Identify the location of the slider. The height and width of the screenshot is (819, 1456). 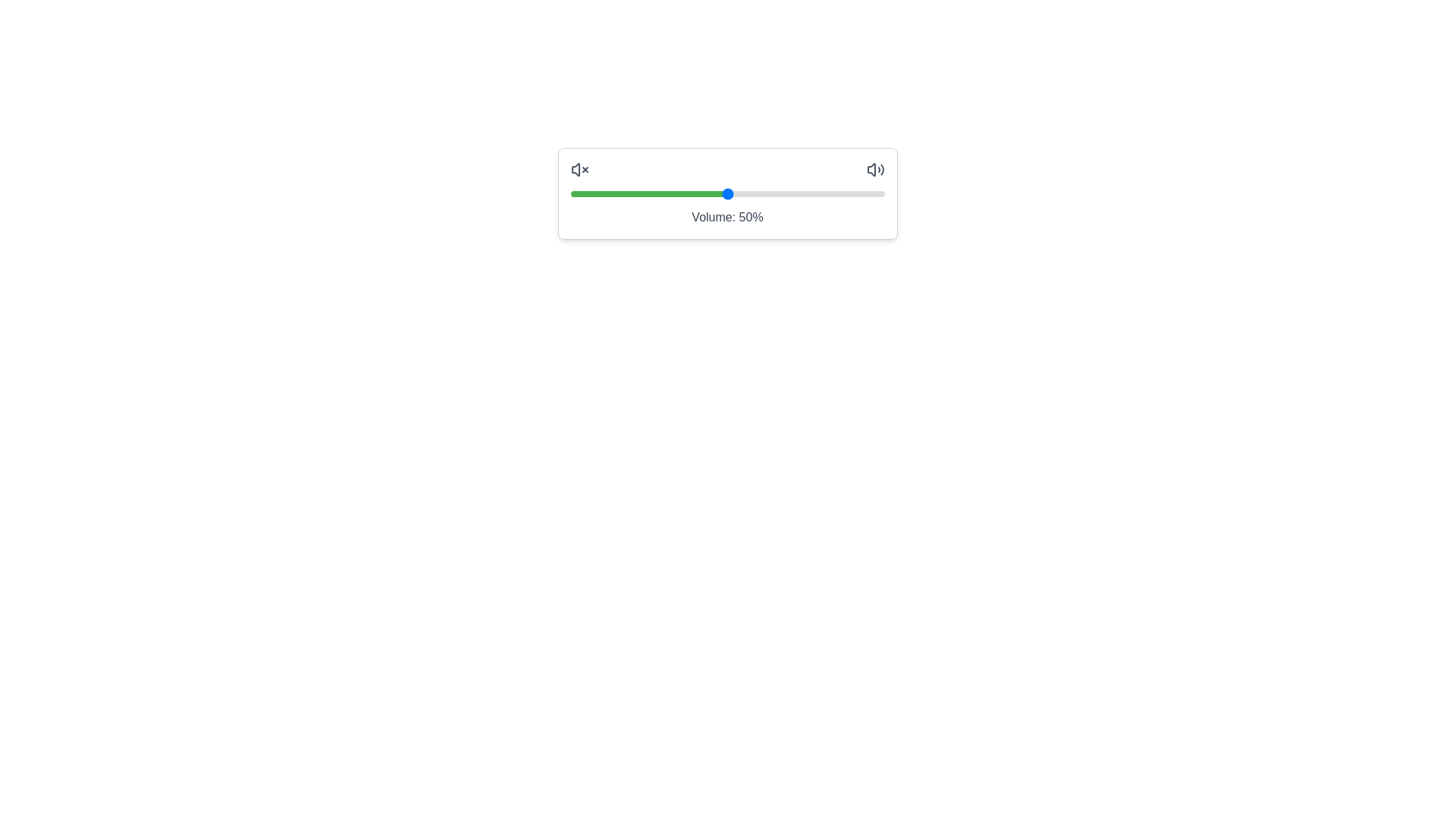
(799, 193).